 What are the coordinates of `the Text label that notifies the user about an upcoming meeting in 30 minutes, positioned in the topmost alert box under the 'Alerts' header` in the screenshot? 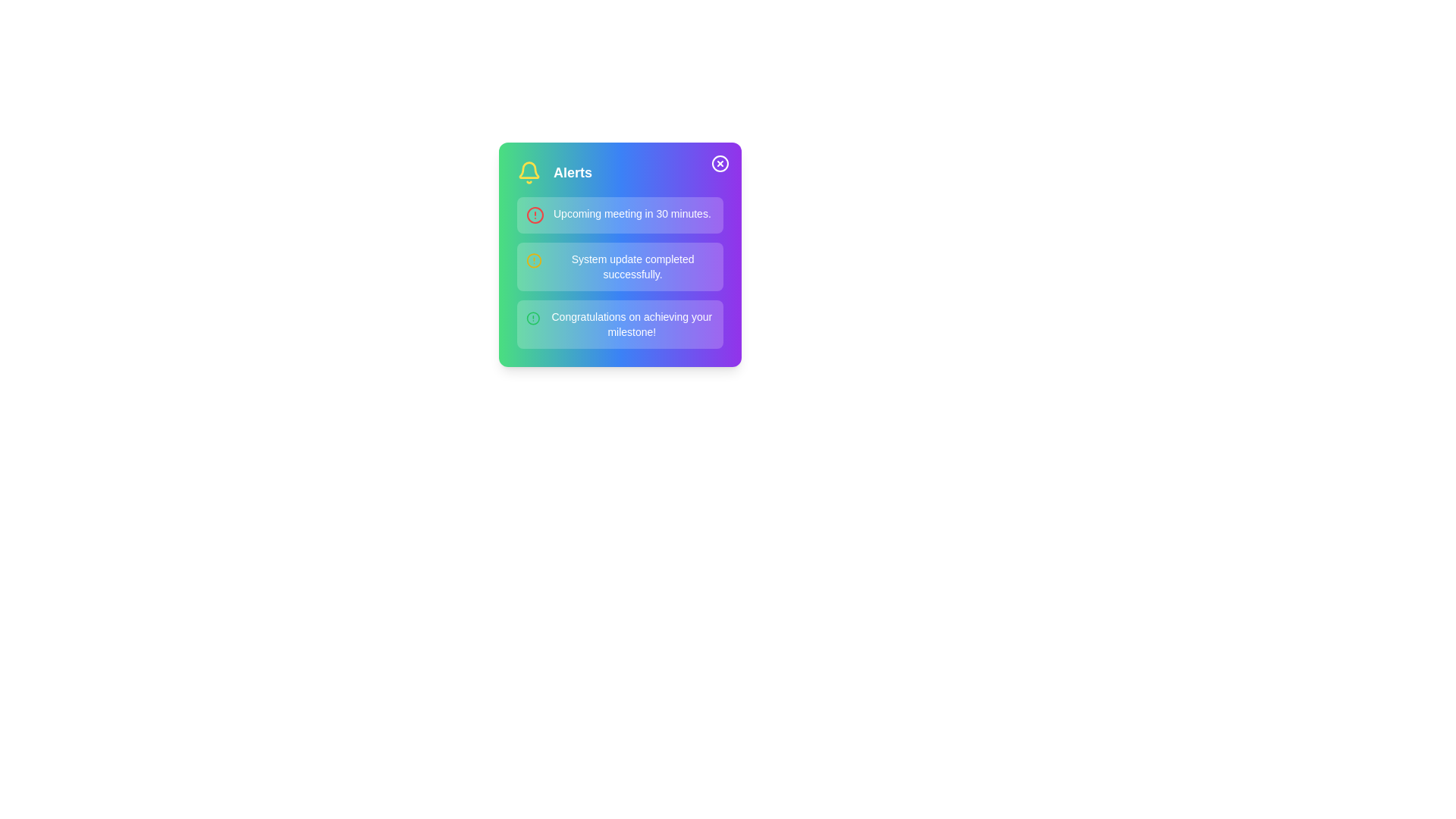 It's located at (632, 213).